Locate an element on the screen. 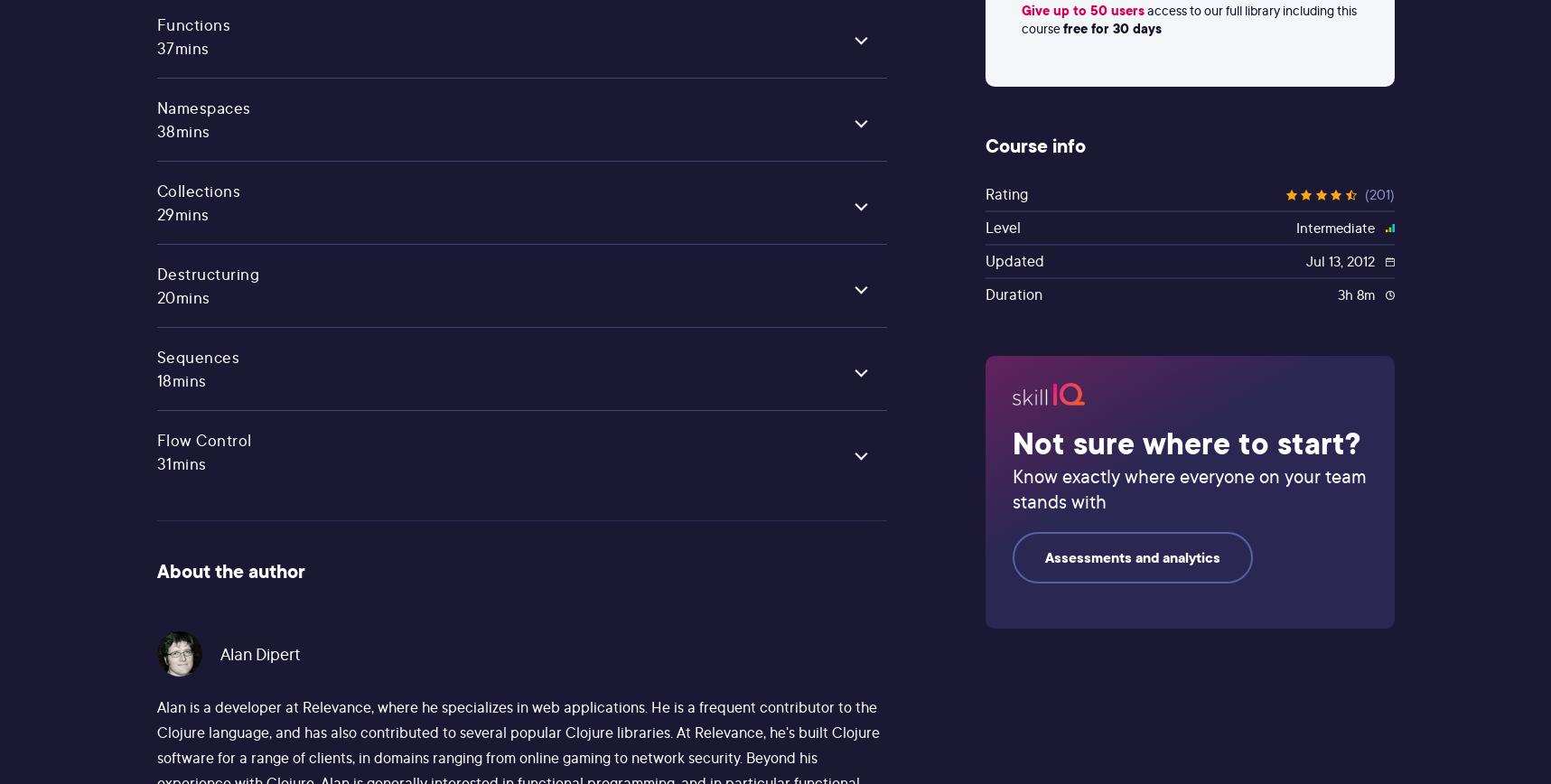 The image size is (1551, 784). '18mins' is located at coordinates (180, 379).